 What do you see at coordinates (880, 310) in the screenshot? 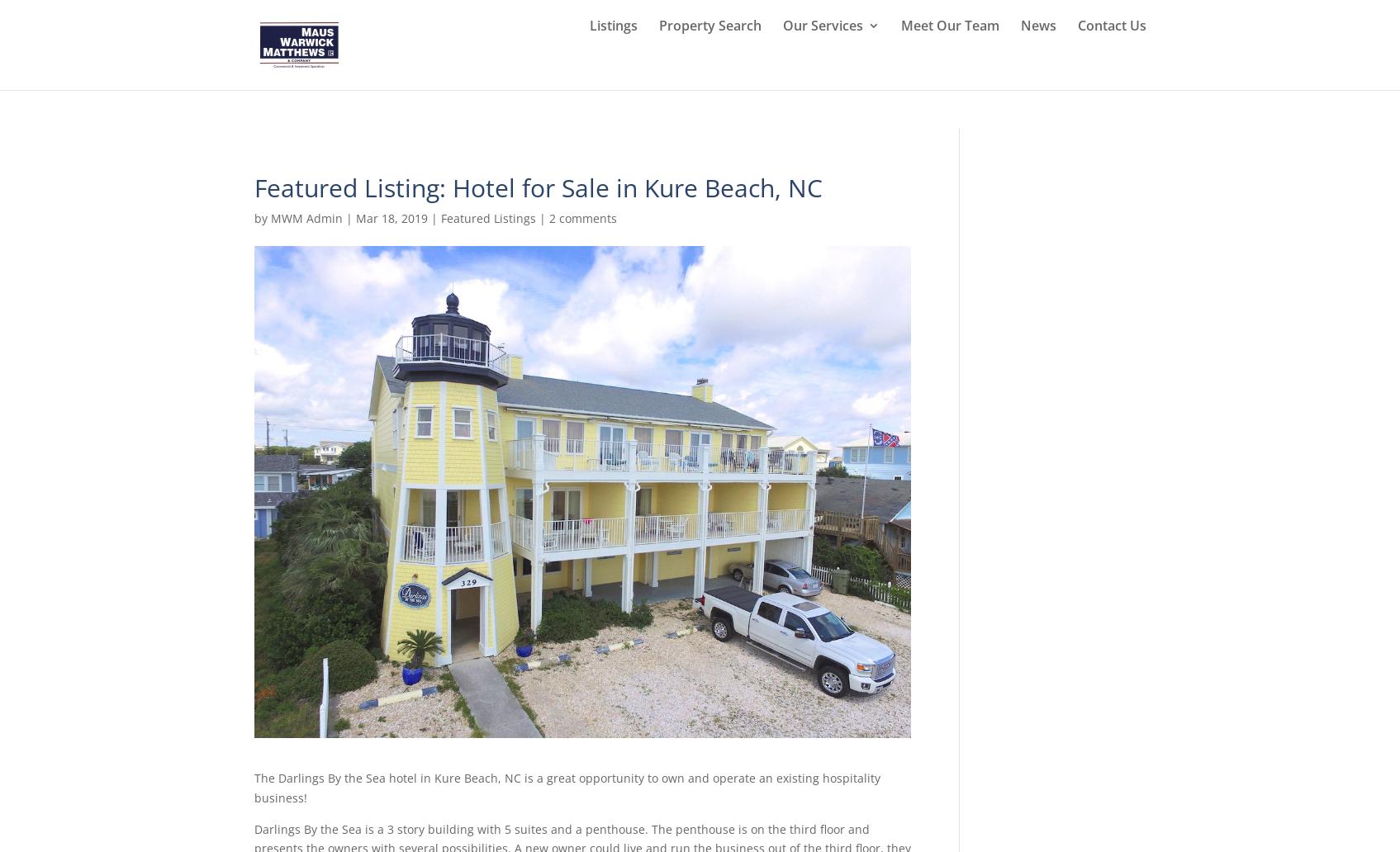
I see `'Investment Property Southeastern NC'` at bounding box center [880, 310].